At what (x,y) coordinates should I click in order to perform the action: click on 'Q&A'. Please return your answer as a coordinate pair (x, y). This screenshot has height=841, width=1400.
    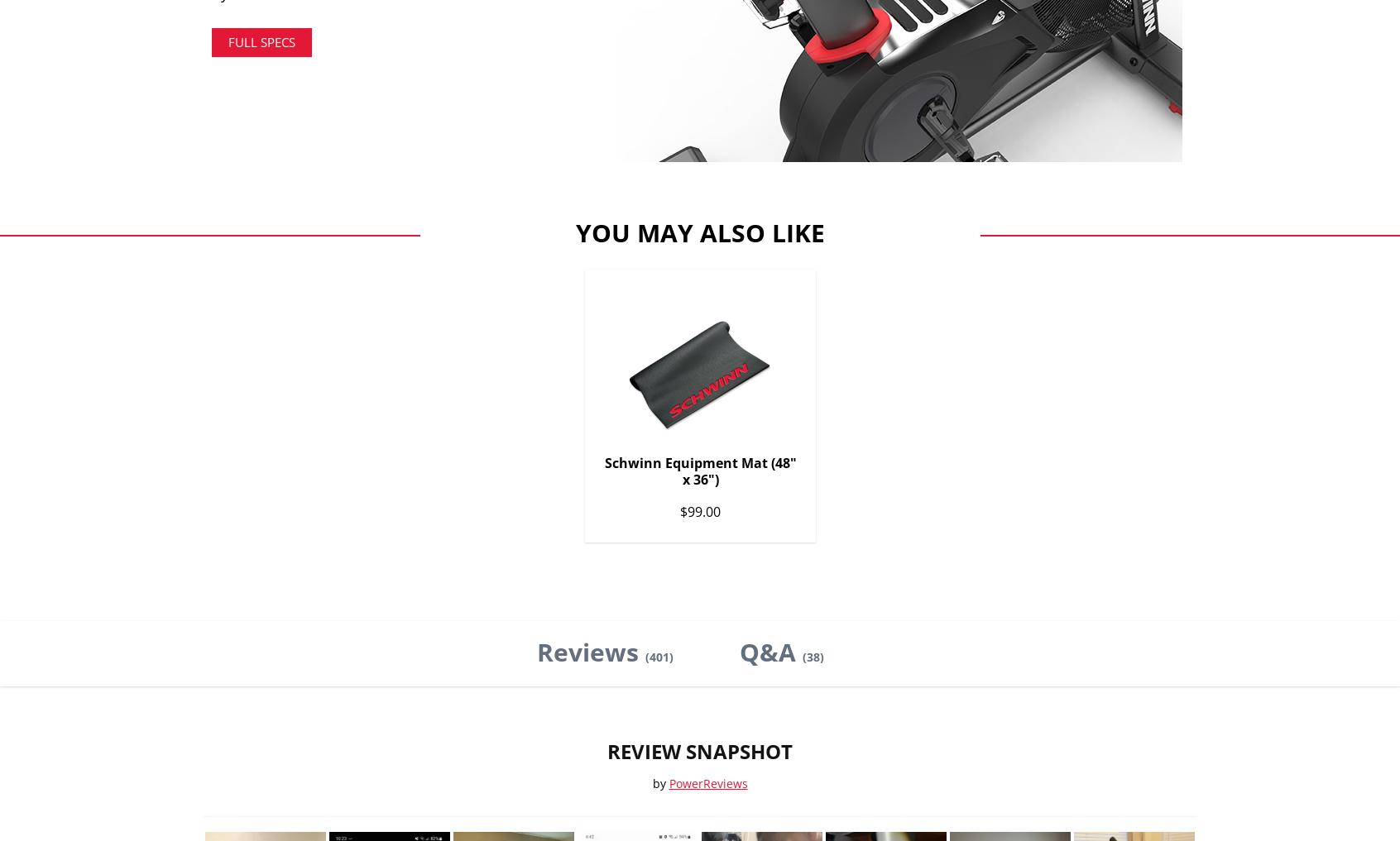
    Looking at the image, I should click on (770, 651).